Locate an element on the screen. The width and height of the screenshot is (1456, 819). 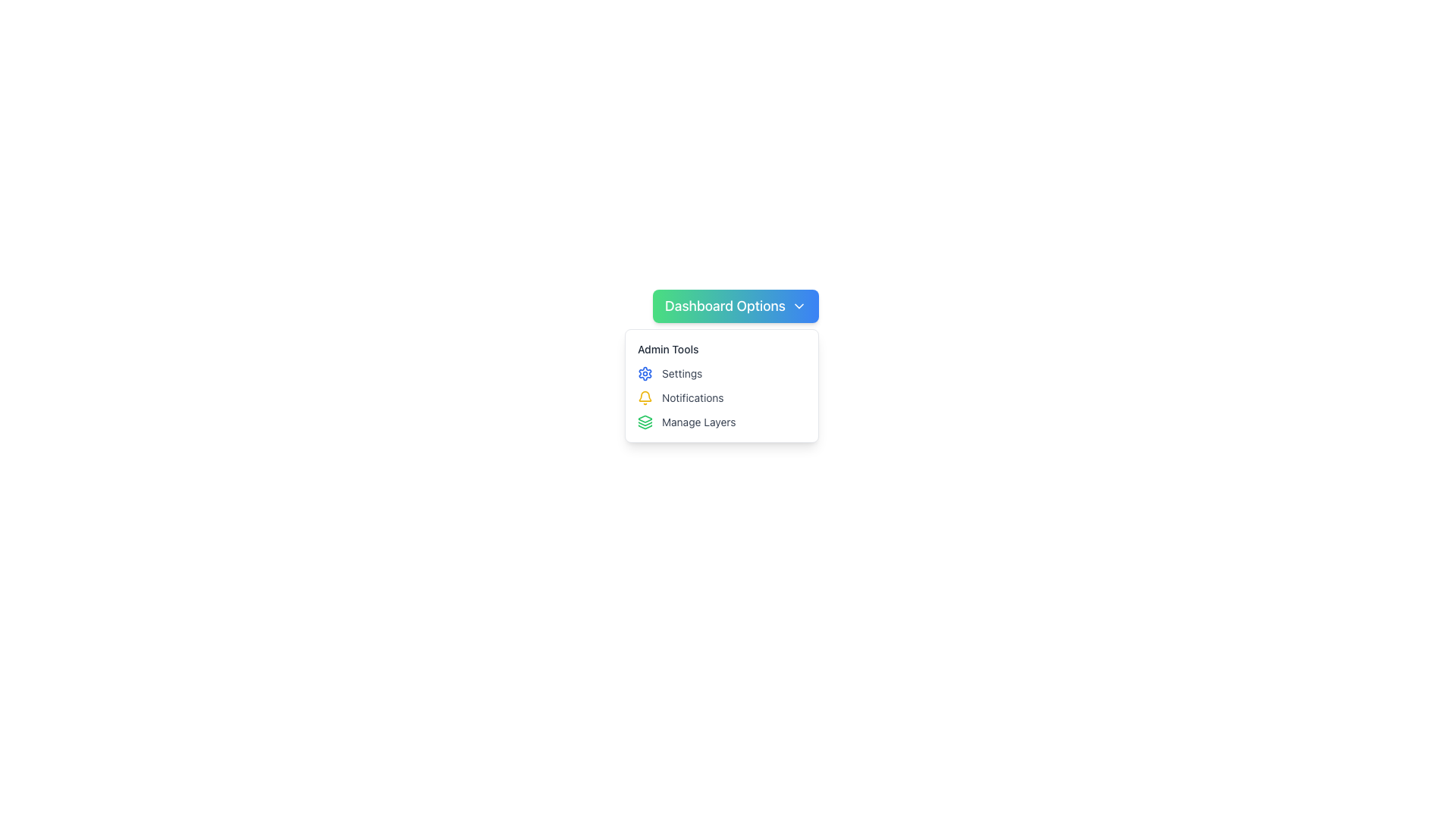
the 'Manage Layers' text label located at the bottom of the dropdown menu is located at coordinates (698, 422).